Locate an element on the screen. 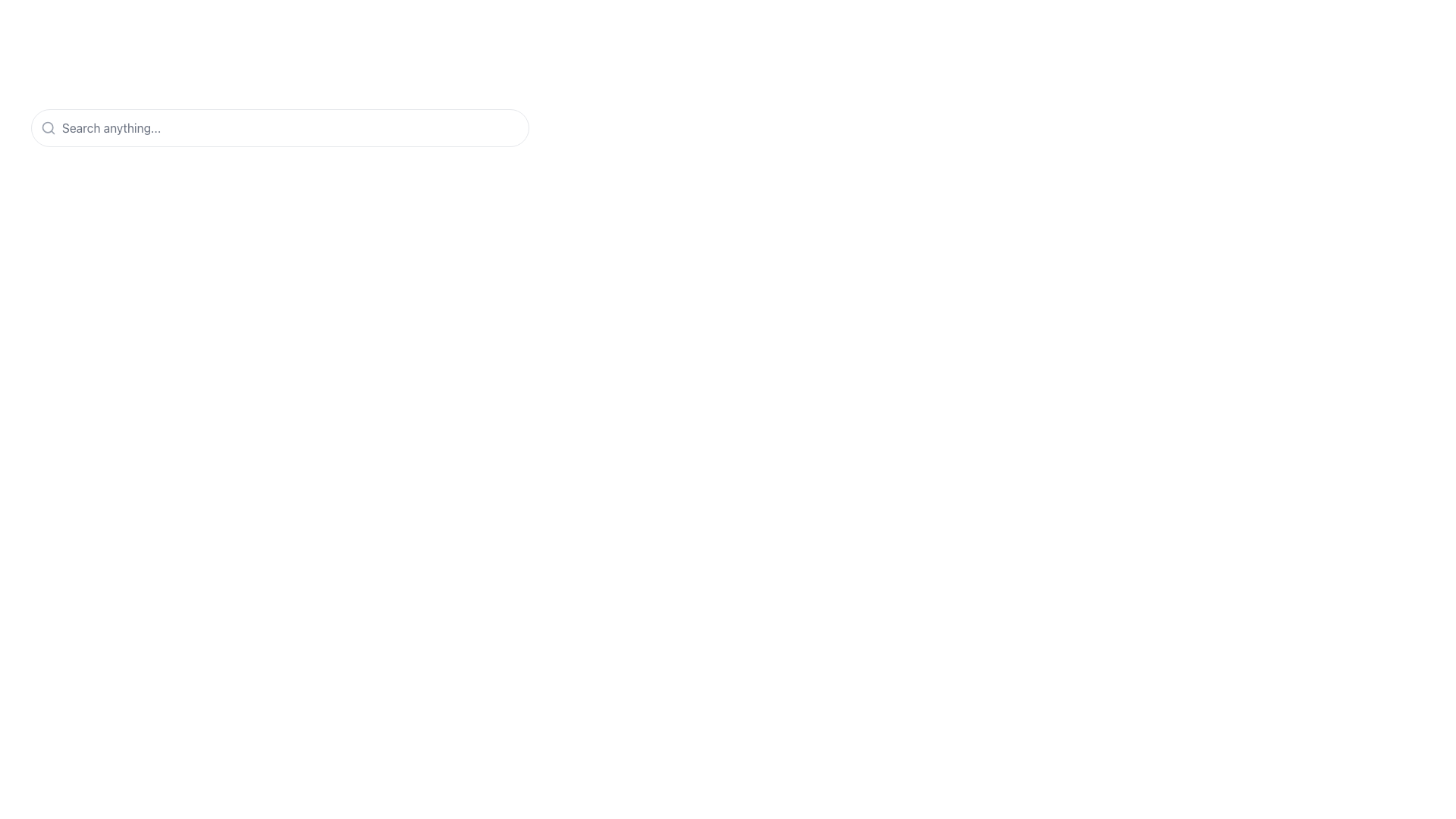  the magnifying glass icon located at the leftmost area of the search input bar, which precedes the placeholder text 'Search anything...' is located at coordinates (48, 127).